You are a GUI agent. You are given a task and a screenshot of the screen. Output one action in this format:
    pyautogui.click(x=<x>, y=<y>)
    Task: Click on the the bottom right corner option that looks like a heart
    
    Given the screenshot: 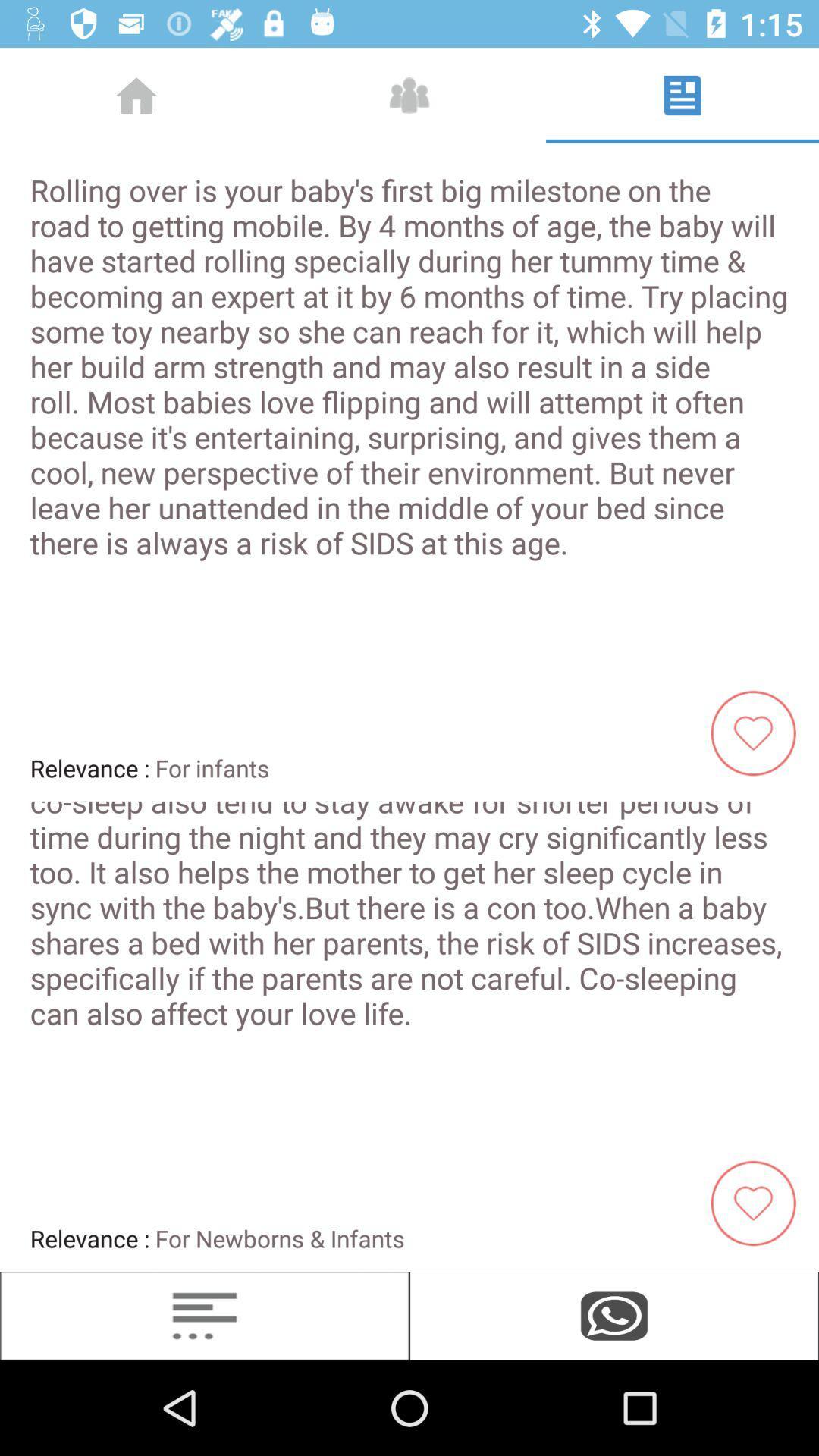 What is the action you would take?
    pyautogui.click(x=759, y=1201)
    